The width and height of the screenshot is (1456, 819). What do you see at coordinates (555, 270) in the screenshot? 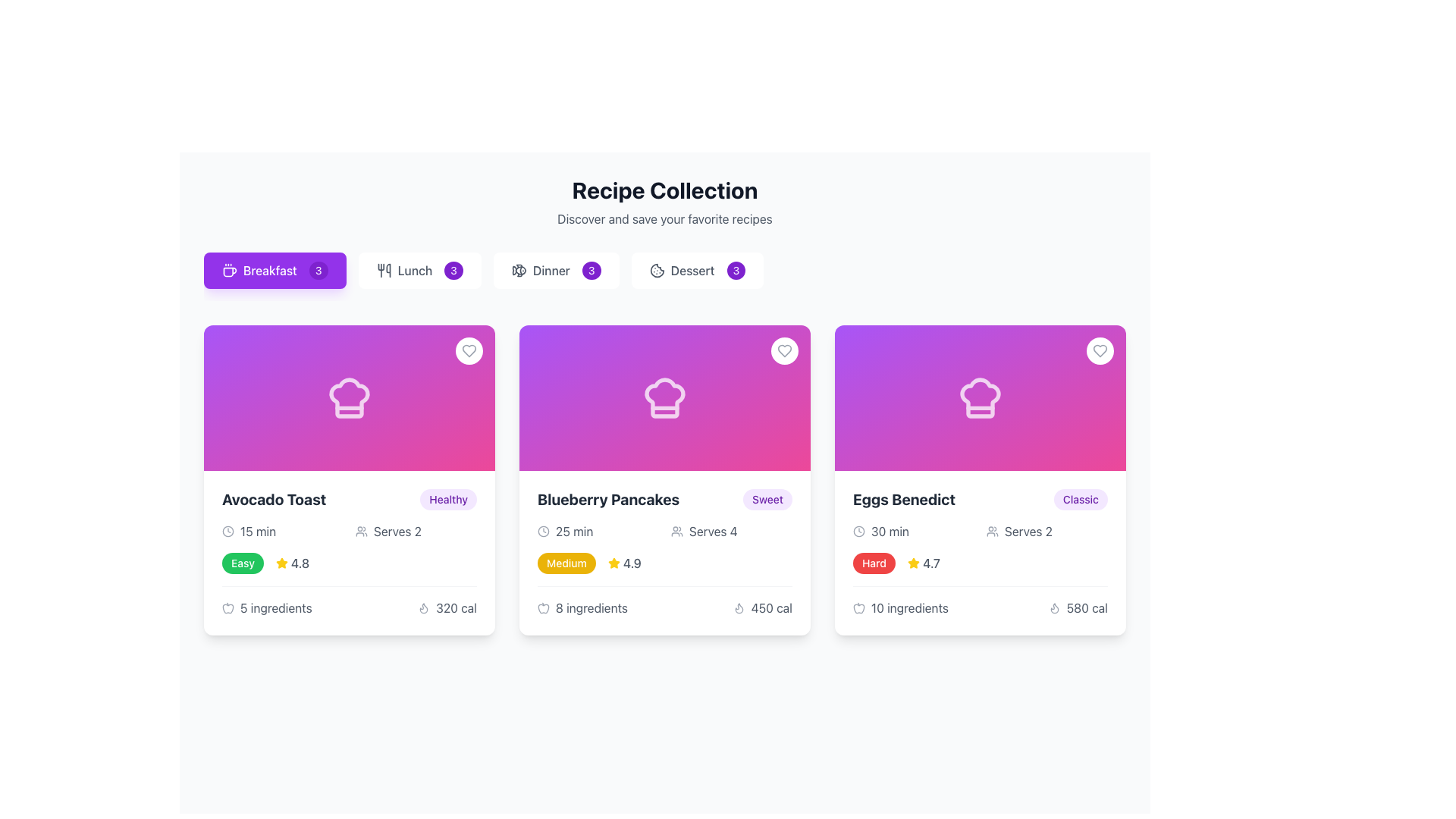
I see `the 'Dinner' filter button, which is the third button in the horizontal list of meal categories, to filter the displayed recipes` at bounding box center [555, 270].